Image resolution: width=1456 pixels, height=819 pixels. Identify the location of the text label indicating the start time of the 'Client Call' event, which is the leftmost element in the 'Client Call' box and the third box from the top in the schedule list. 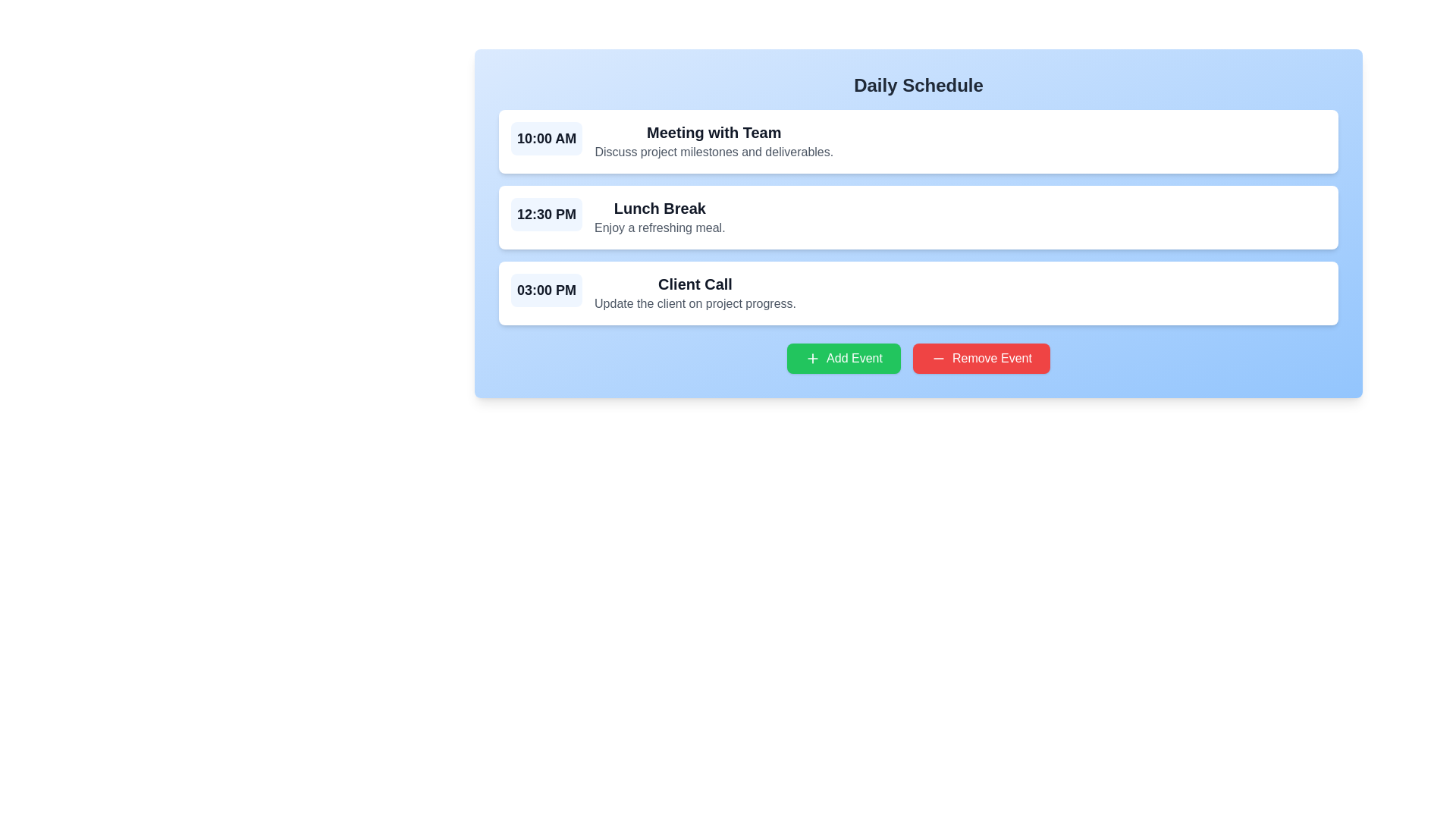
(546, 290).